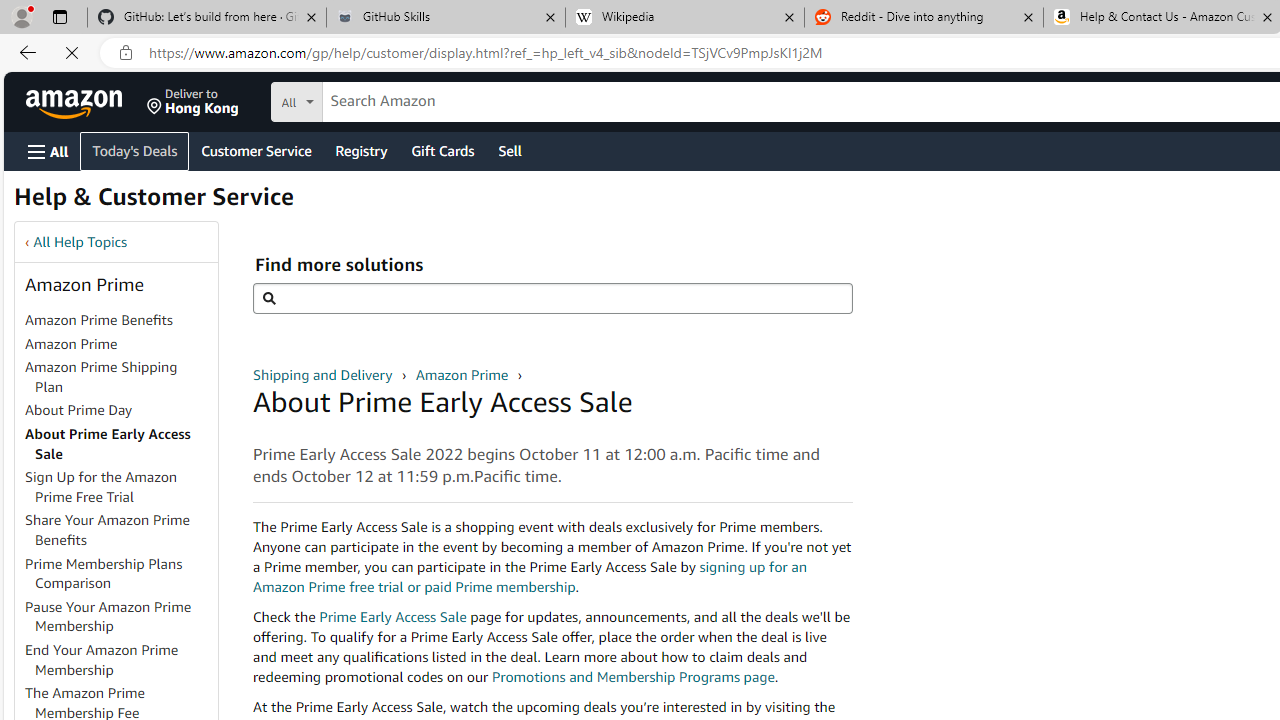  I want to click on 'Reddit - Dive into anything', so click(923, 17).